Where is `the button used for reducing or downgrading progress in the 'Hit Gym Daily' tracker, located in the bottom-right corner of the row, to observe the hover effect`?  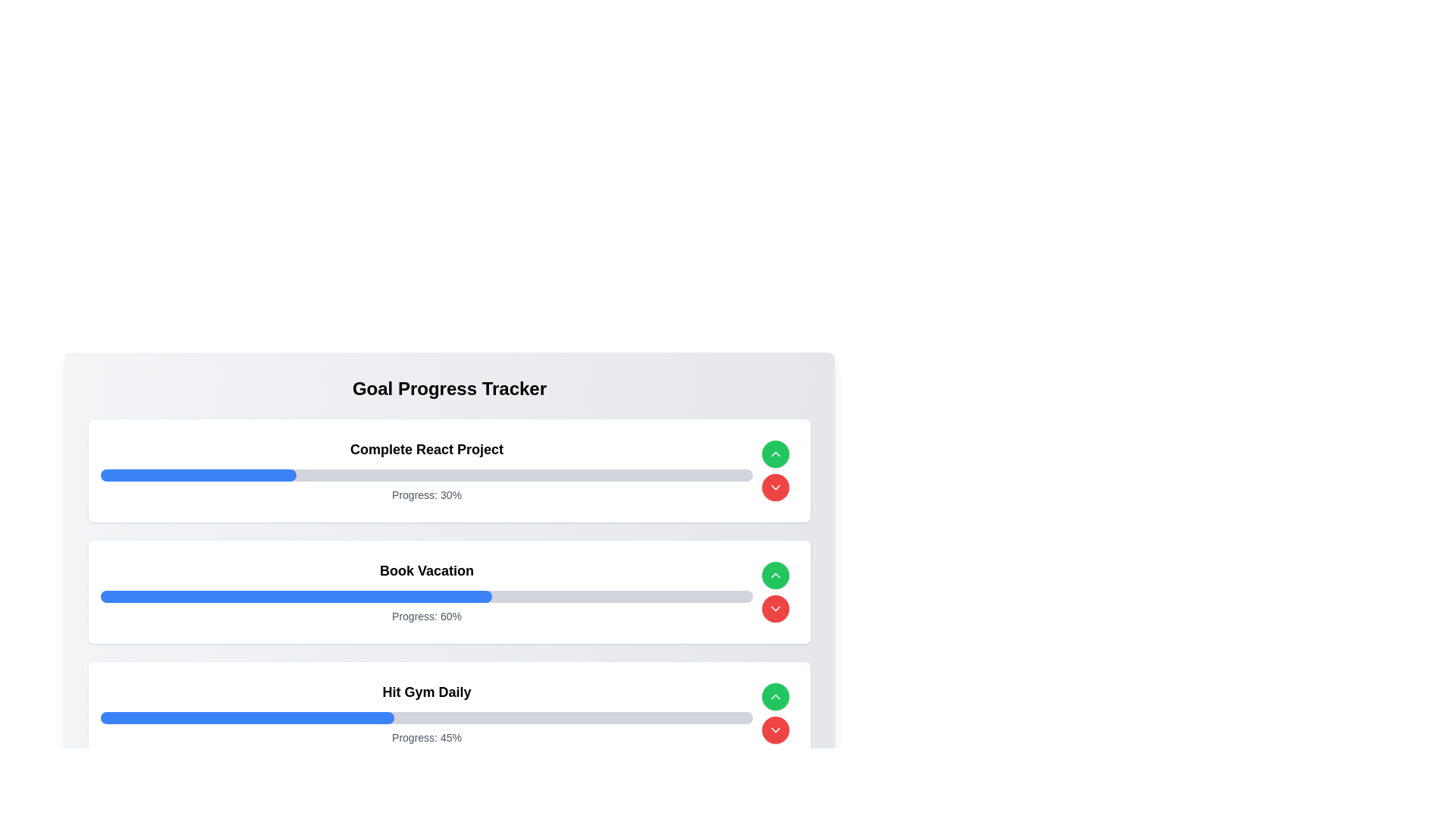
the button used for reducing or downgrading progress in the 'Hit Gym Daily' tracker, located in the bottom-right corner of the row, to observe the hover effect is located at coordinates (775, 730).